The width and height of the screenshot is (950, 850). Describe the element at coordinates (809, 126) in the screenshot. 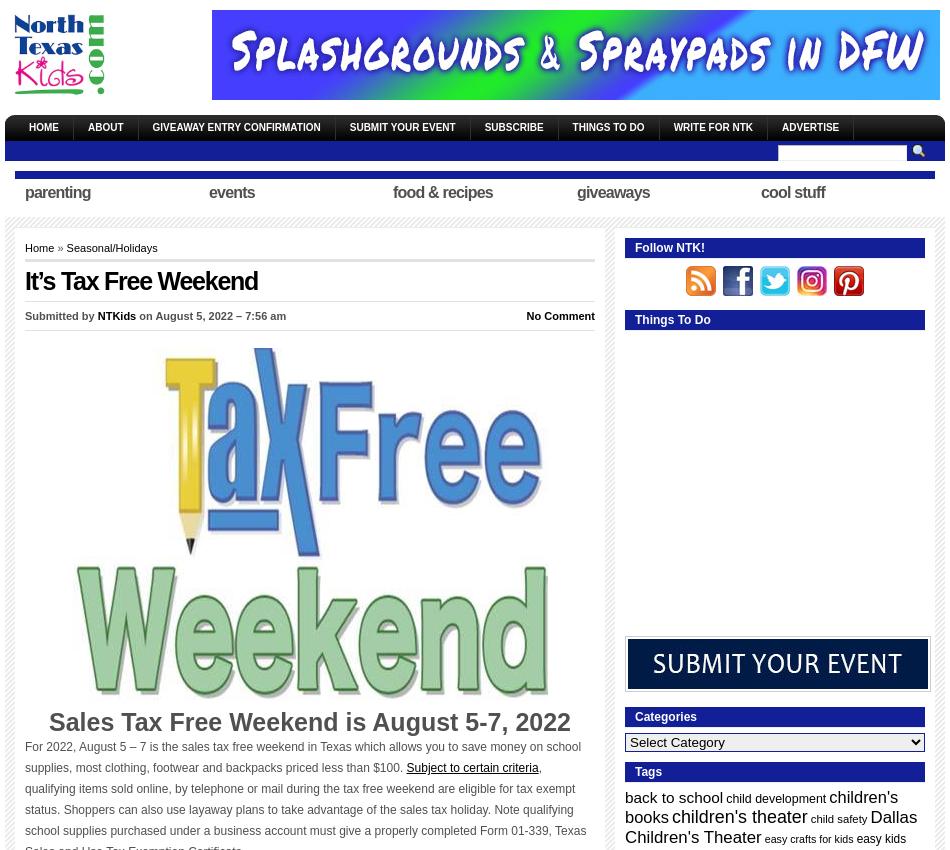

I see `'Advertise'` at that location.